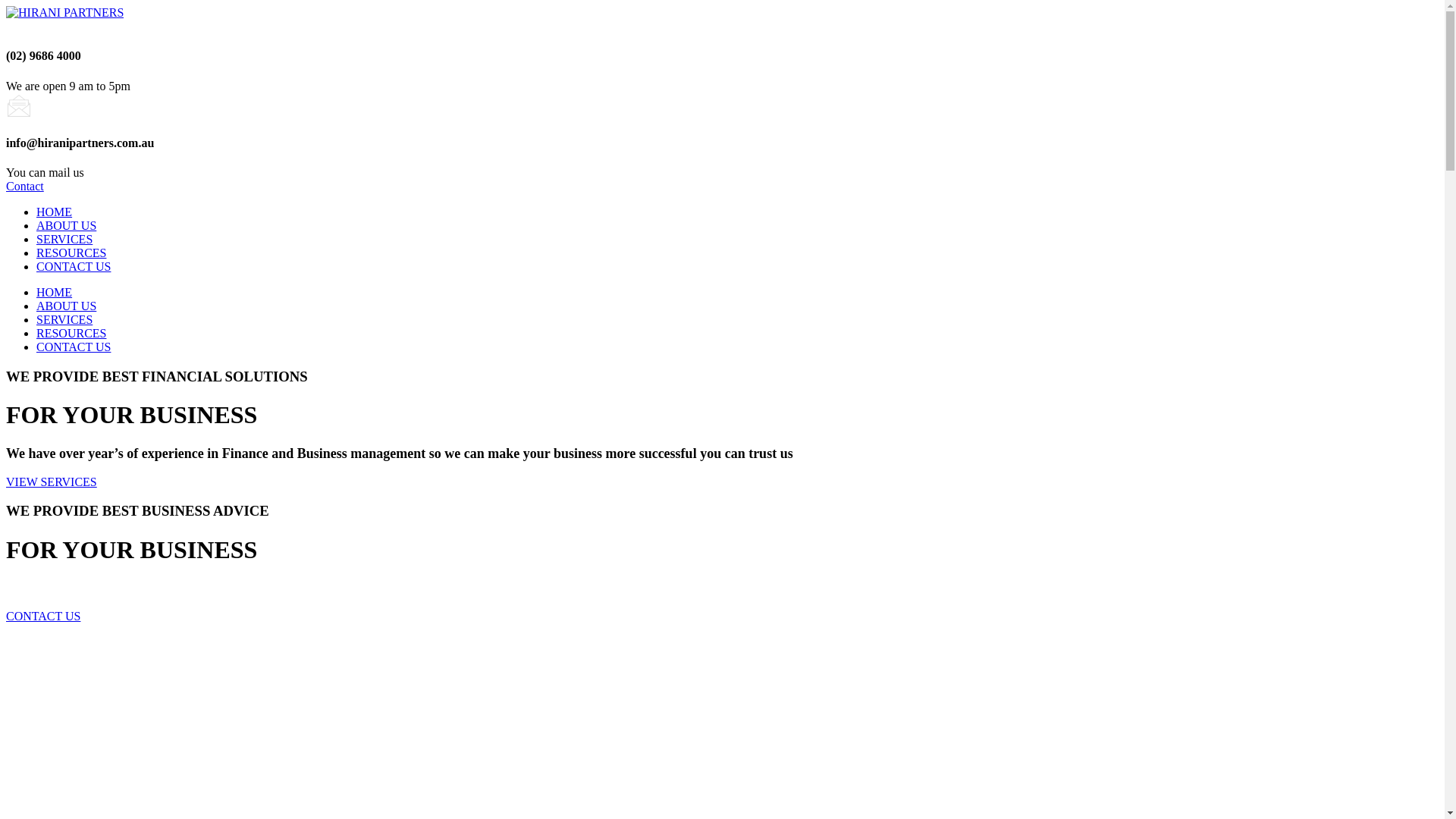 The width and height of the screenshot is (1456, 819). What do you see at coordinates (25, 185) in the screenshot?
I see `'Contact'` at bounding box center [25, 185].